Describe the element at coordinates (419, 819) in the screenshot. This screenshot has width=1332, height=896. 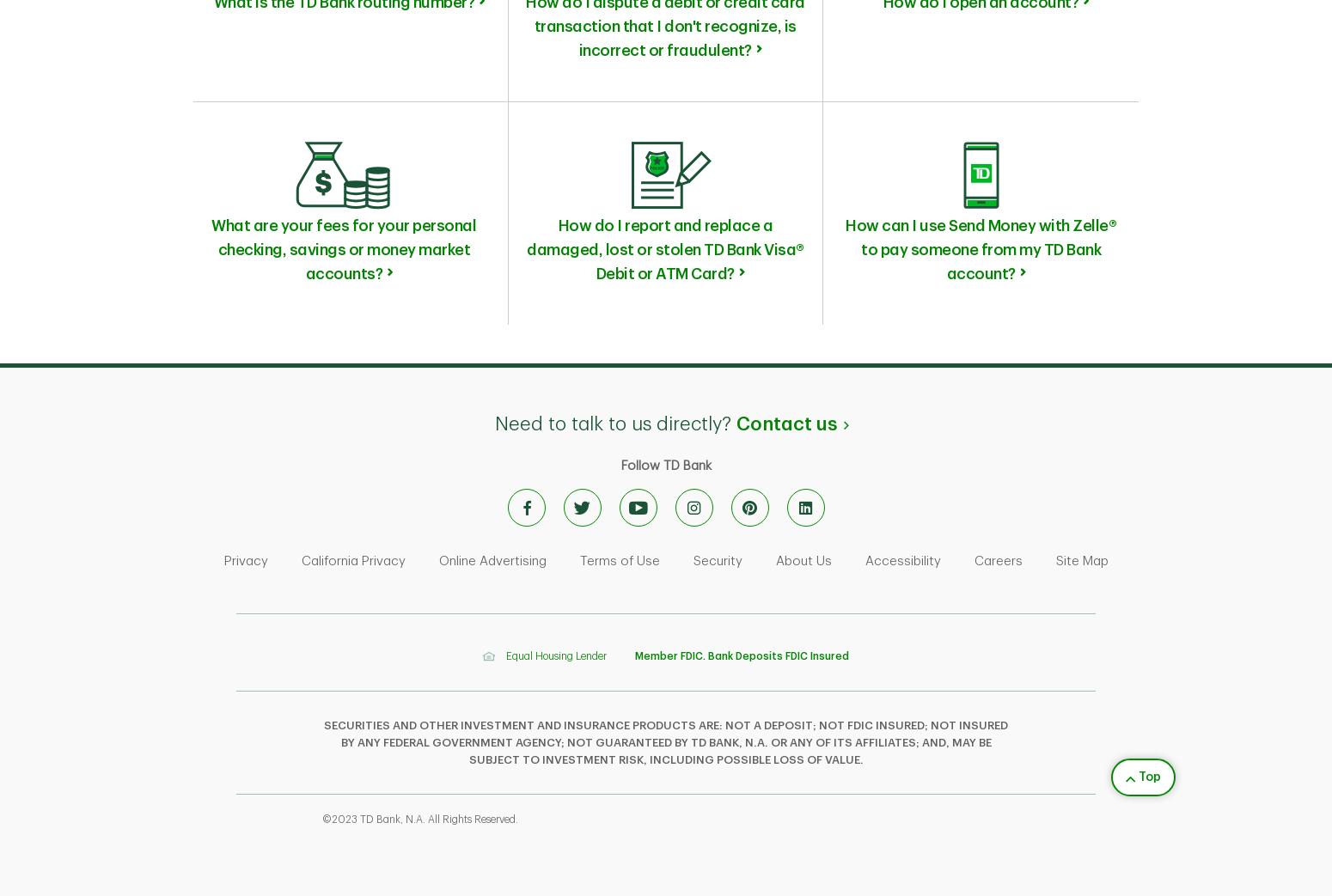
I see `'©2023 TD Bank, N.A. All Rights Reserved.'` at that location.